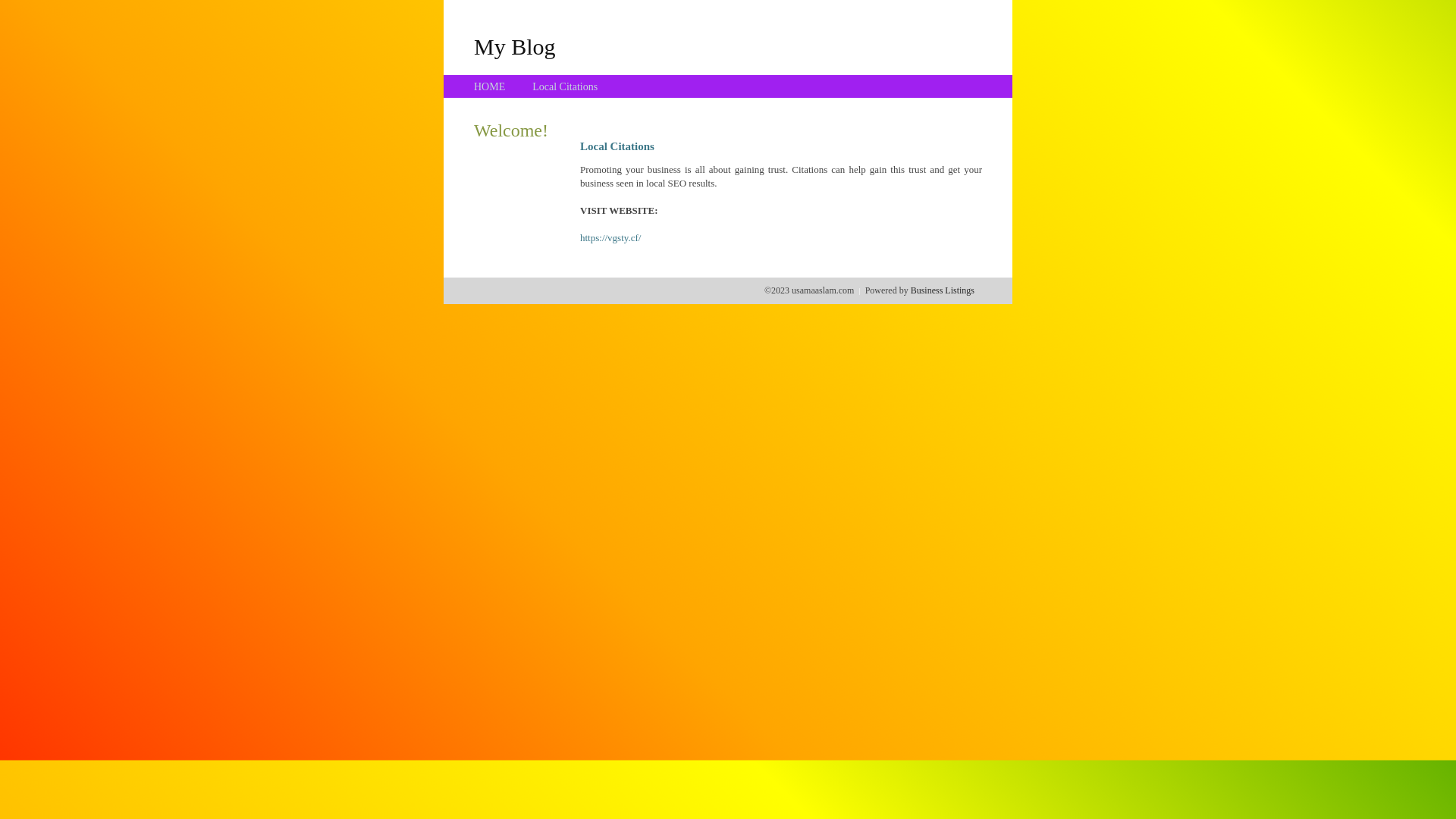  I want to click on 'My Blog', so click(514, 45).